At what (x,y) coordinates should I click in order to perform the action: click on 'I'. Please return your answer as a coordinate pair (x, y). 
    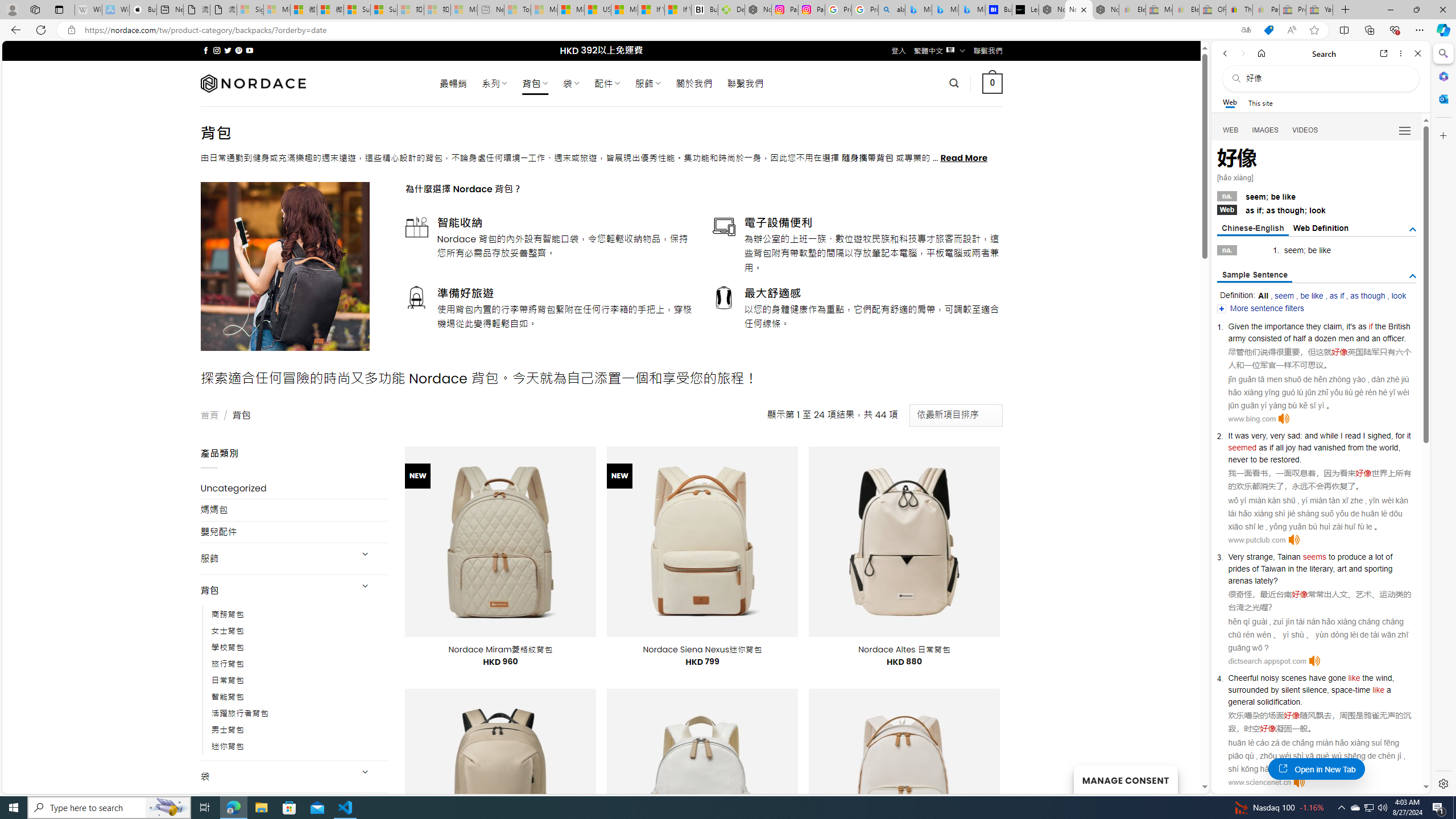
    Looking at the image, I should click on (1363, 435).